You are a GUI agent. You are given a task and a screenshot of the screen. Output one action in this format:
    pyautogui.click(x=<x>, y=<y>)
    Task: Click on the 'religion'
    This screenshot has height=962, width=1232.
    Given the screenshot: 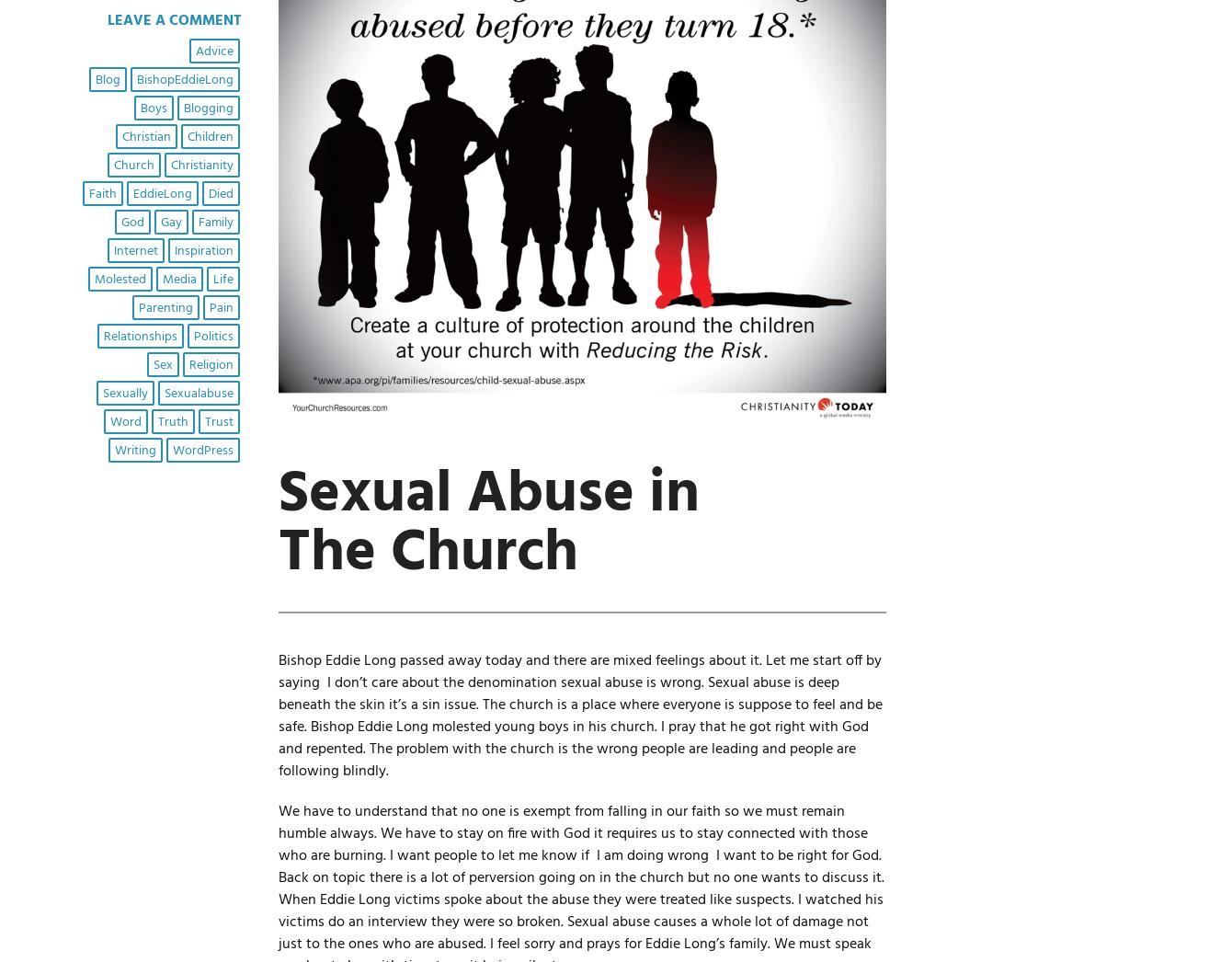 What is the action you would take?
    pyautogui.click(x=210, y=364)
    